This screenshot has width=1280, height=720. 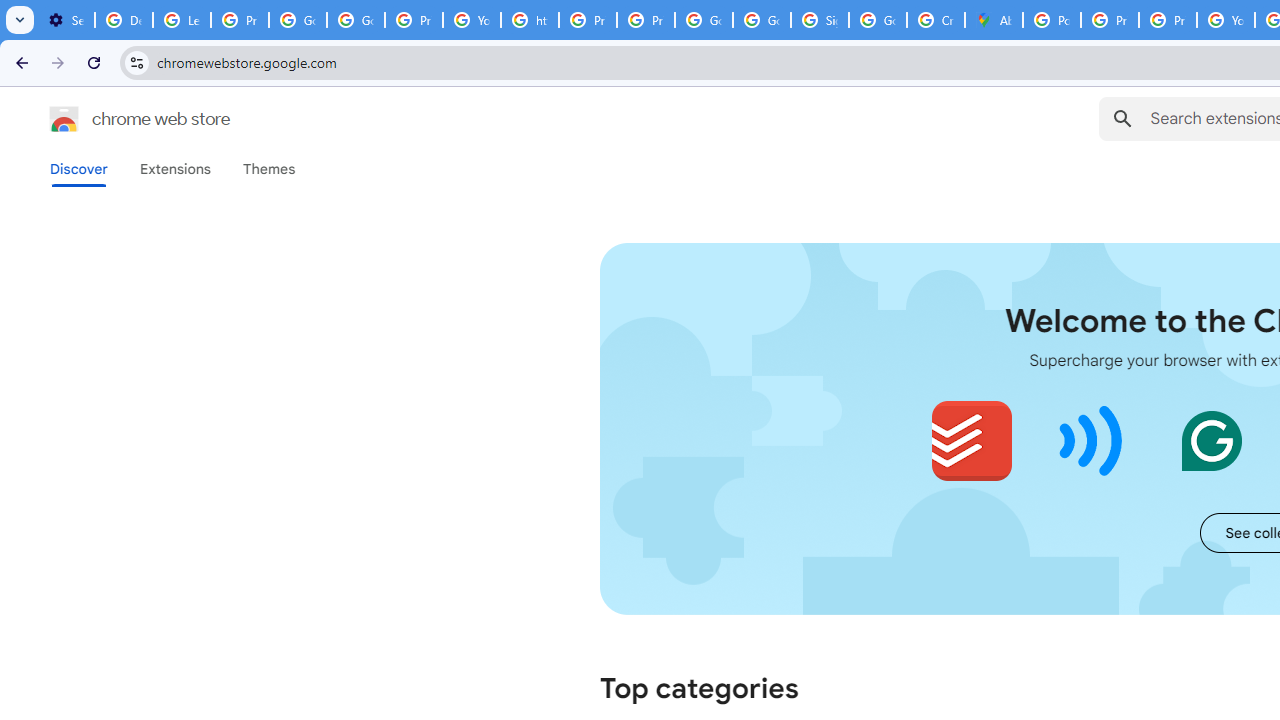 What do you see at coordinates (935, 20) in the screenshot?
I see `'Create your Google Account'` at bounding box center [935, 20].